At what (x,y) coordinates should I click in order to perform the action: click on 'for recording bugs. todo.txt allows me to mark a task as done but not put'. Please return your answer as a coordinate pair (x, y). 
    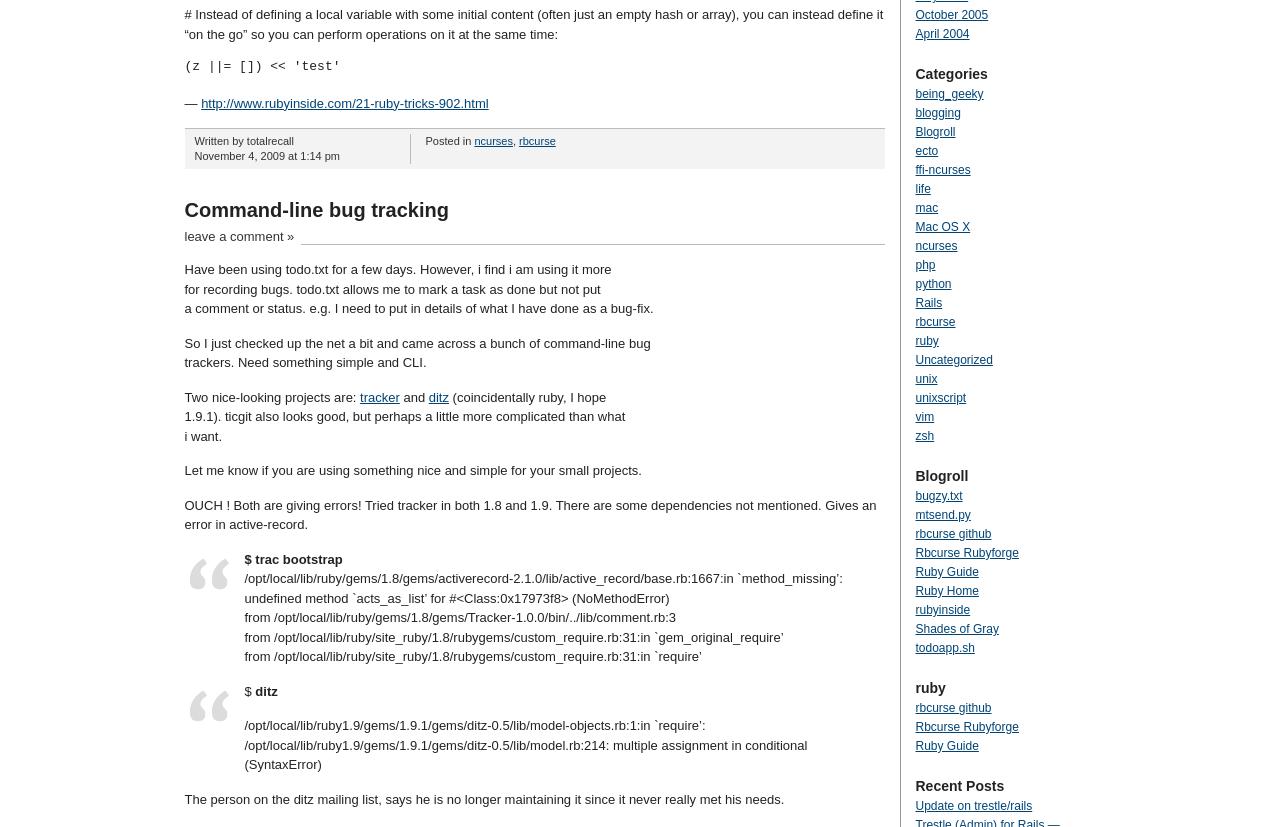
    Looking at the image, I should click on (392, 287).